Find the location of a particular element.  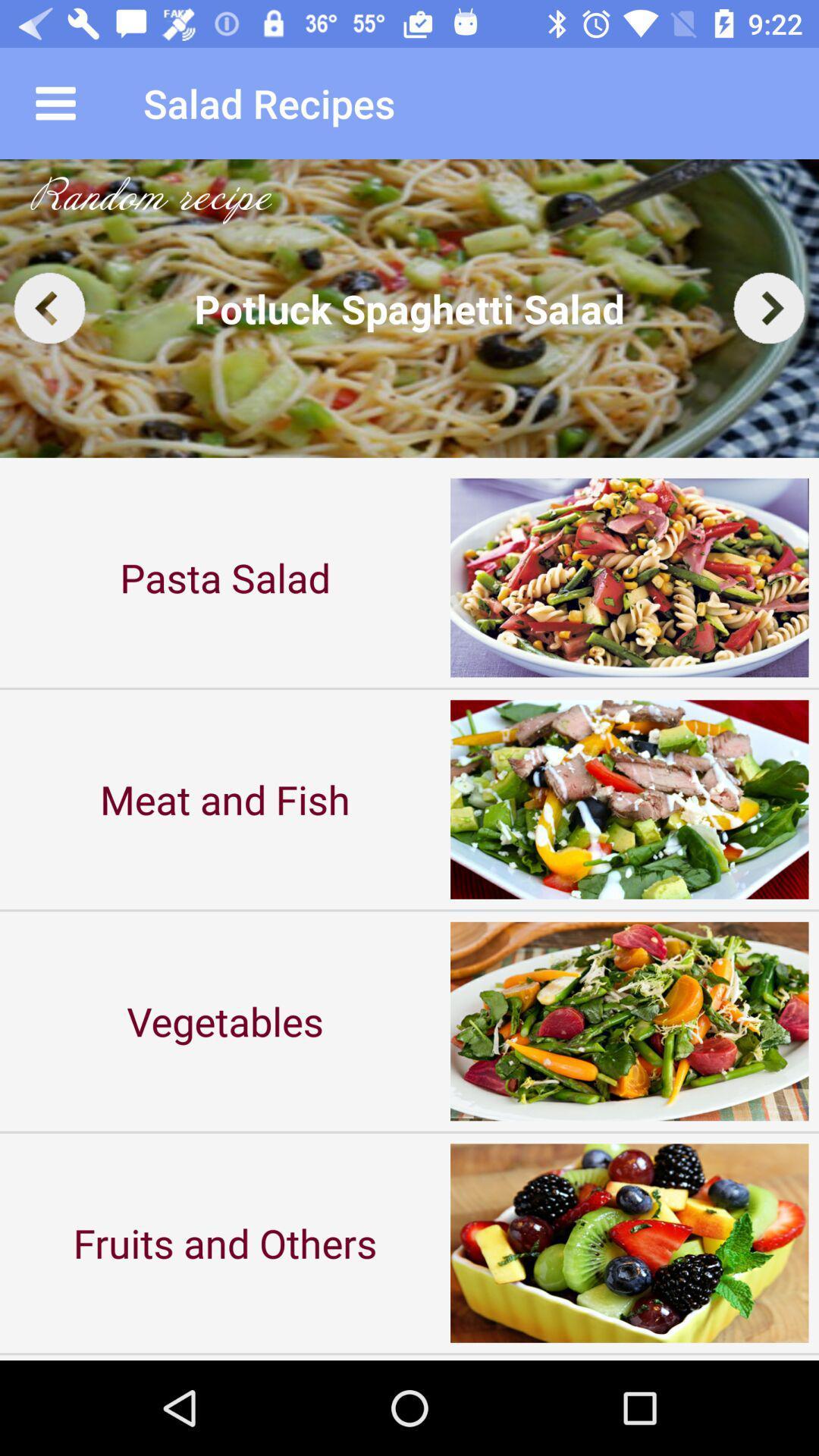

the icon to the left of the salad recipes app is located at coordinates (55, 102).